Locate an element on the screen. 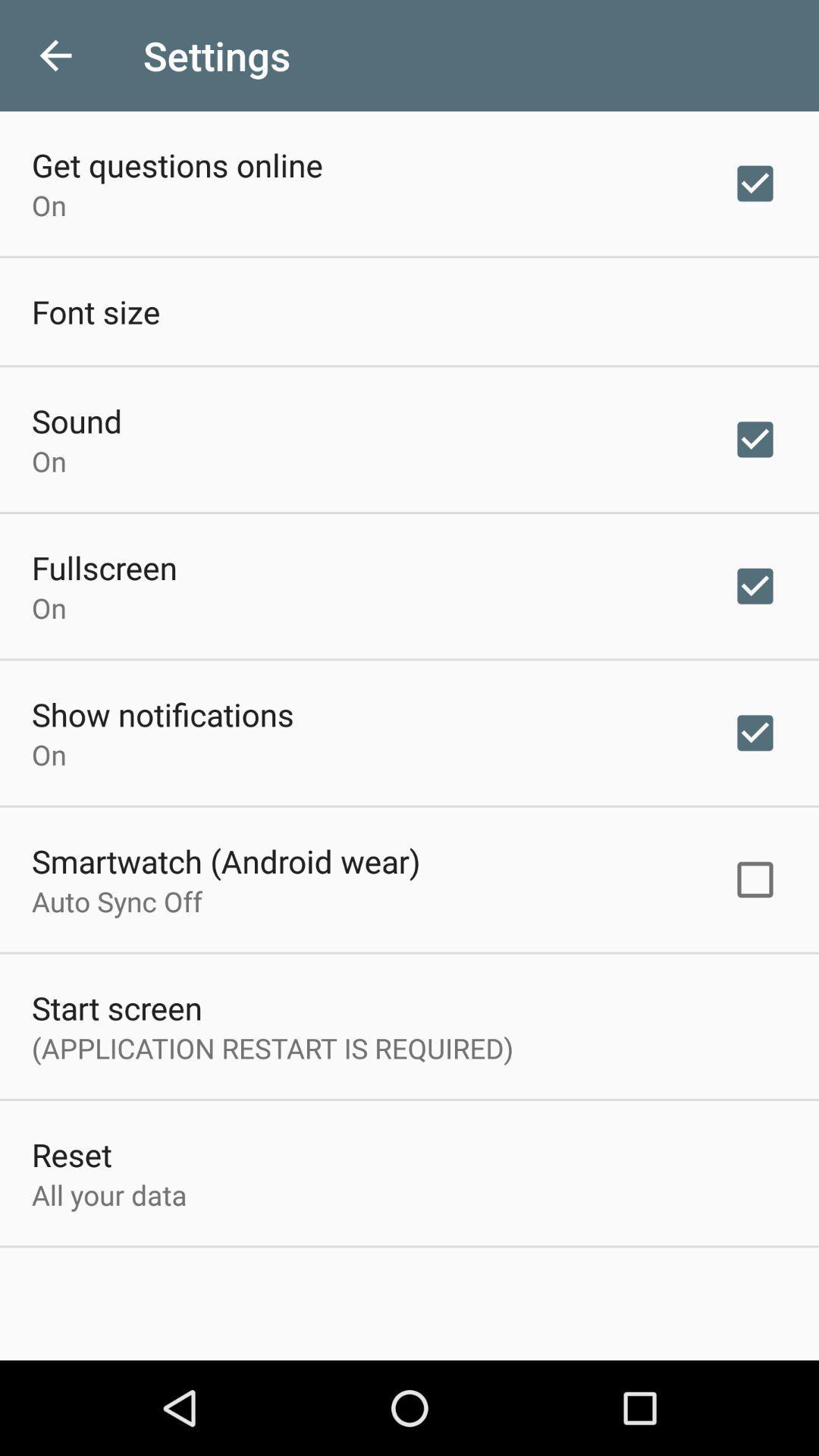 The height and width of the screenshot is (1456, 819). application restart is icon is located at coordinates (271, 1047).